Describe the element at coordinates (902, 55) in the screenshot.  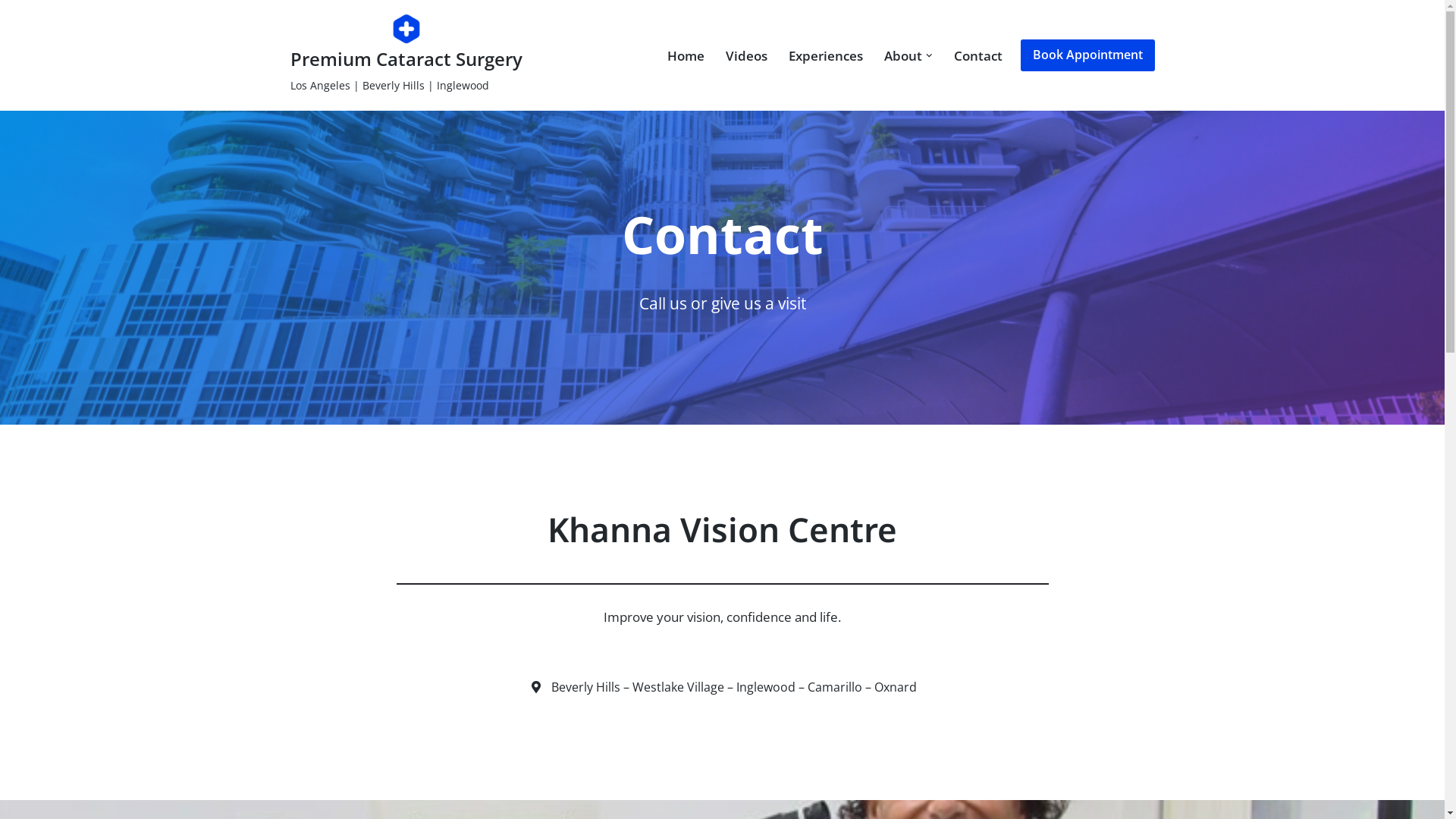
I see `'About'` at that location.